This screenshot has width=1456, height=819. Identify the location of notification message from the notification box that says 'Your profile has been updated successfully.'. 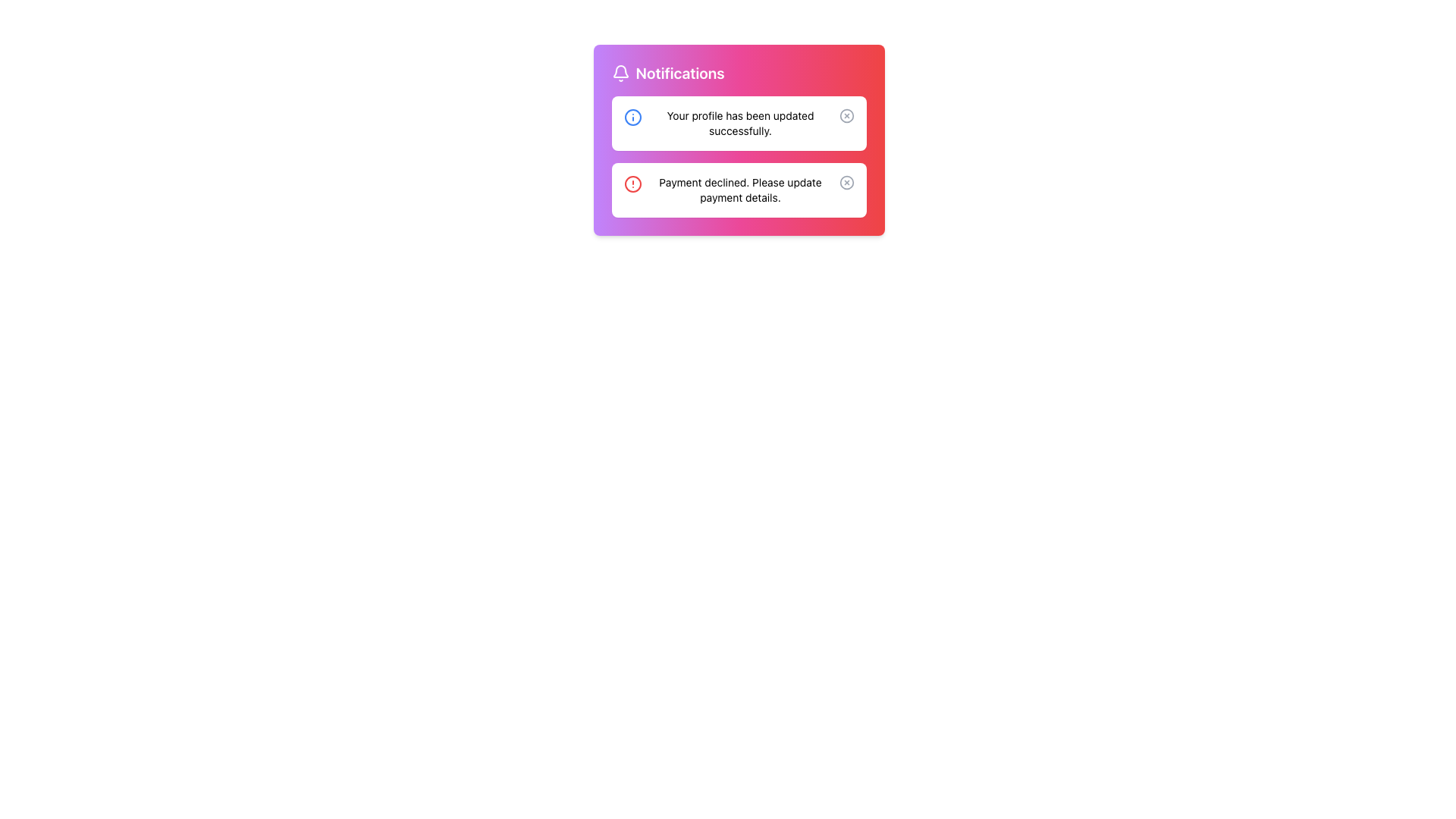
(739, 122).